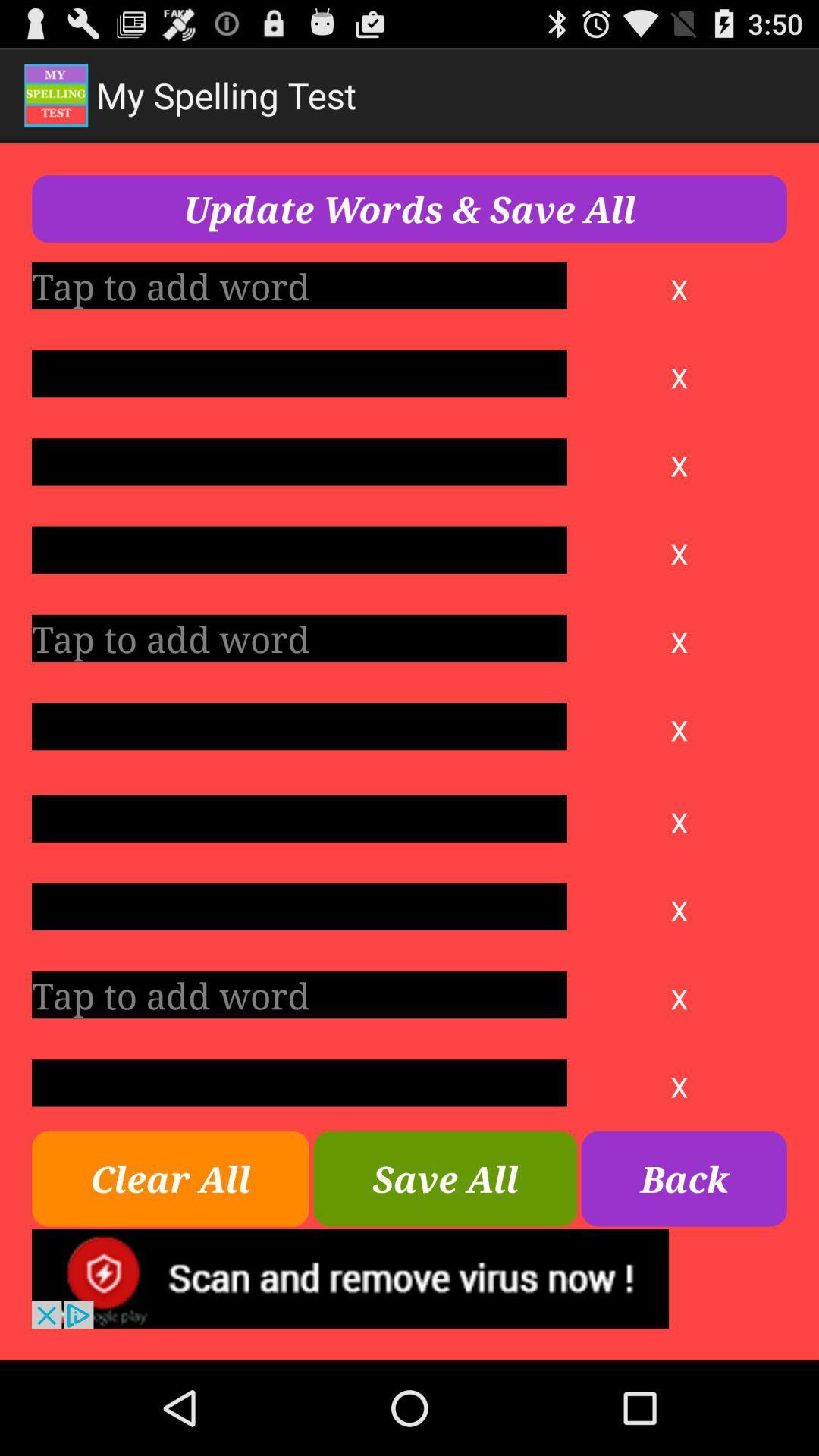 This screenshot has height=1456, width=819. What do you see at coordinates (299, 638) in the screenshot?
I see `tap to add word` at bounding box center [299, 638].